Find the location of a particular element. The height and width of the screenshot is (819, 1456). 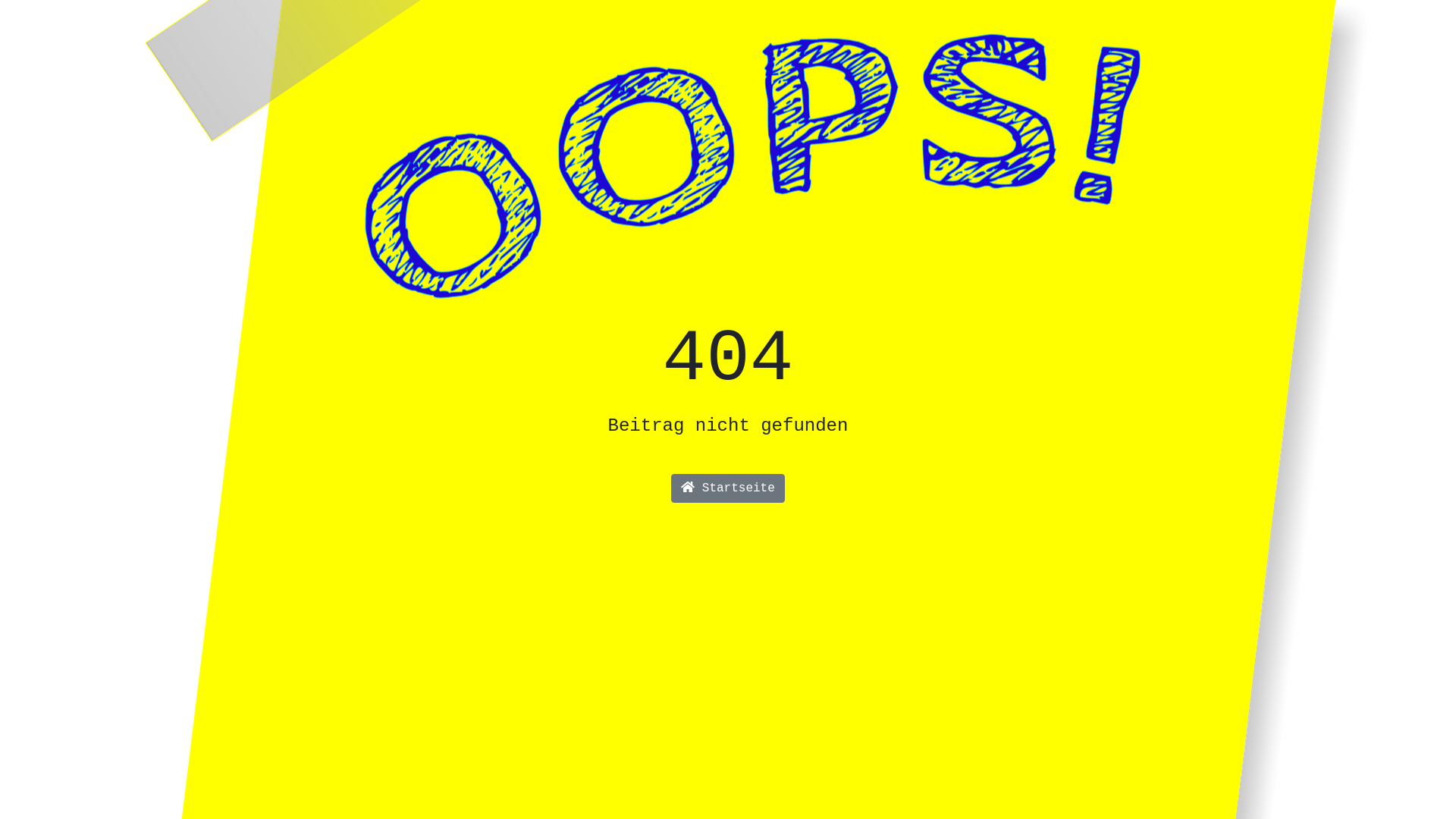

'Startseite' is located at coordinates (675, 488).